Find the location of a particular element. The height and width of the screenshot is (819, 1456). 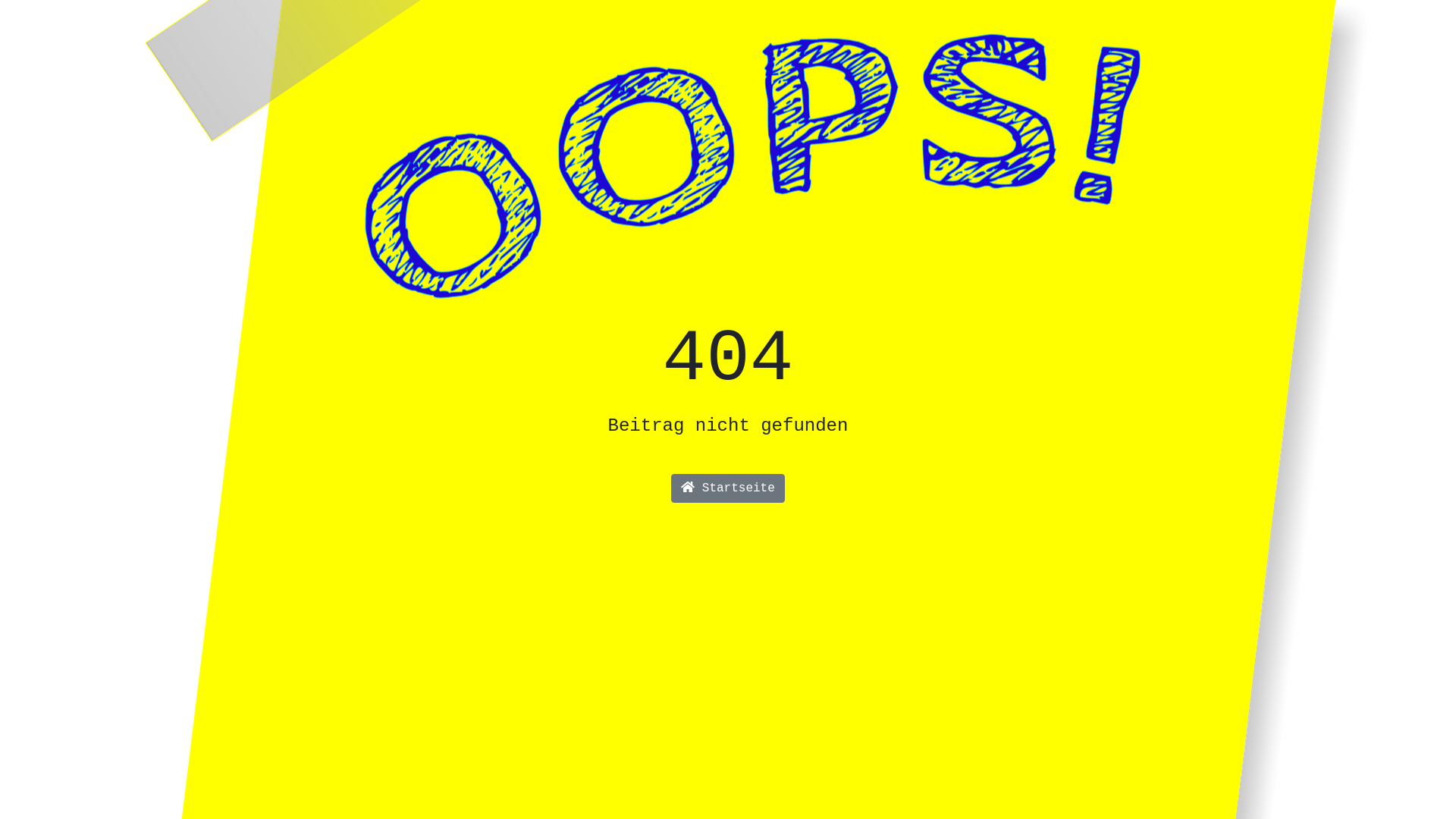

'Startseite' is located at coordinates (675, 488).